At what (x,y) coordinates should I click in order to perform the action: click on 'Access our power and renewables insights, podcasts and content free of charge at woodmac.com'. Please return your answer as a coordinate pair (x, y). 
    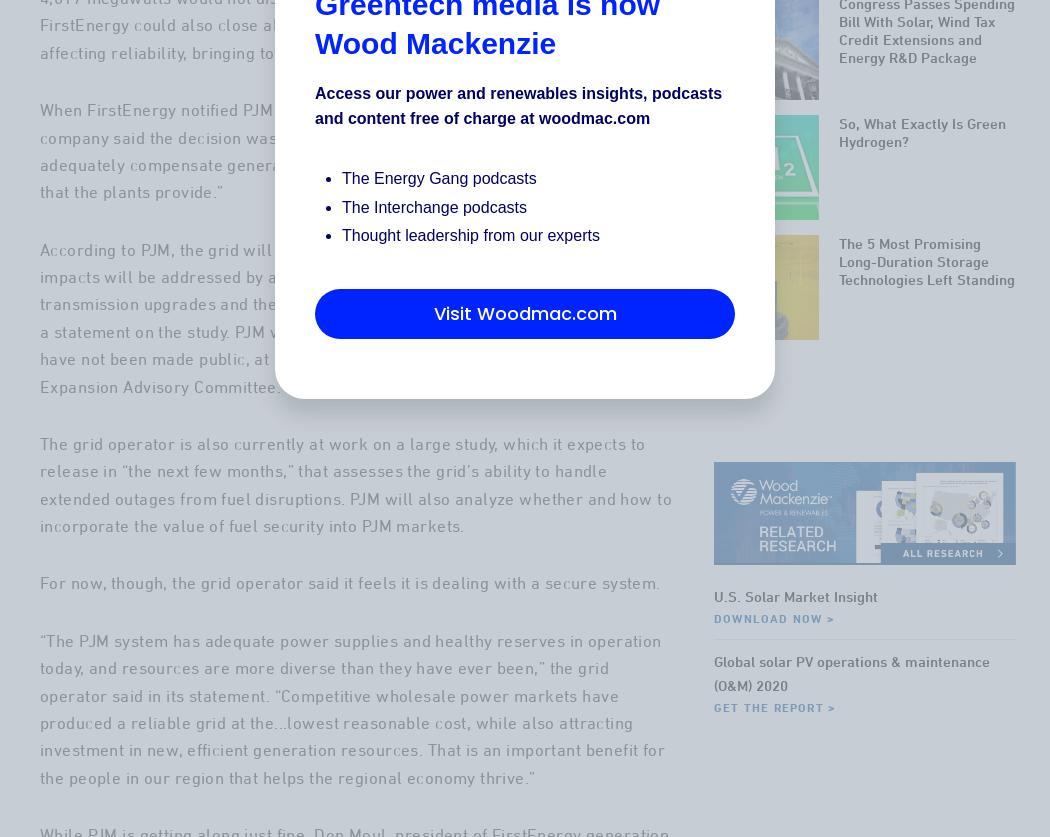
    Looking at the image, I should click on (517, 105).